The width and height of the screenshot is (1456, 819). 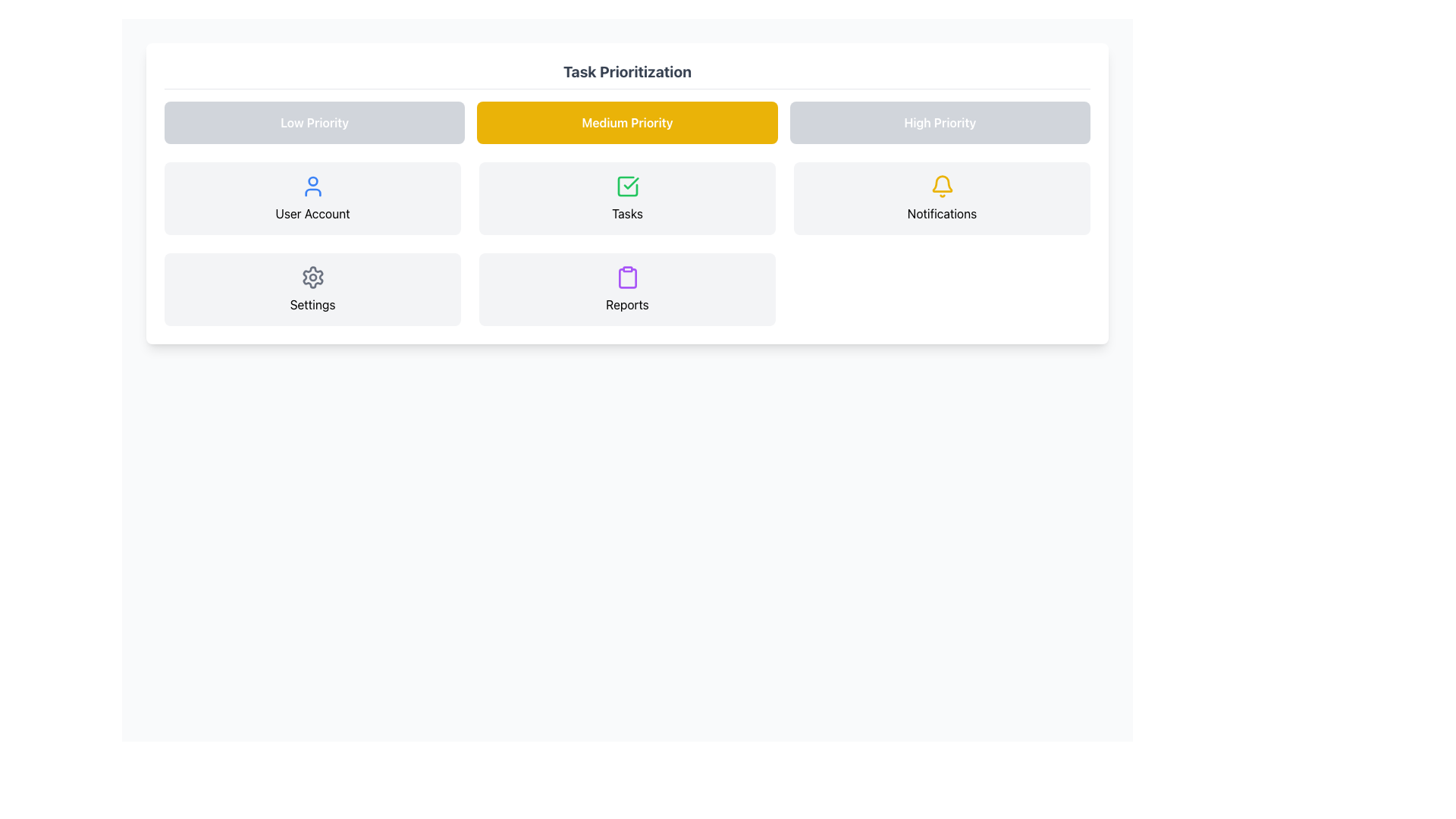 I want to click on the Card-like informational UI element located in the central column of a 2x3 grid layout, specifically in the second row, so click(x=627, y=198).